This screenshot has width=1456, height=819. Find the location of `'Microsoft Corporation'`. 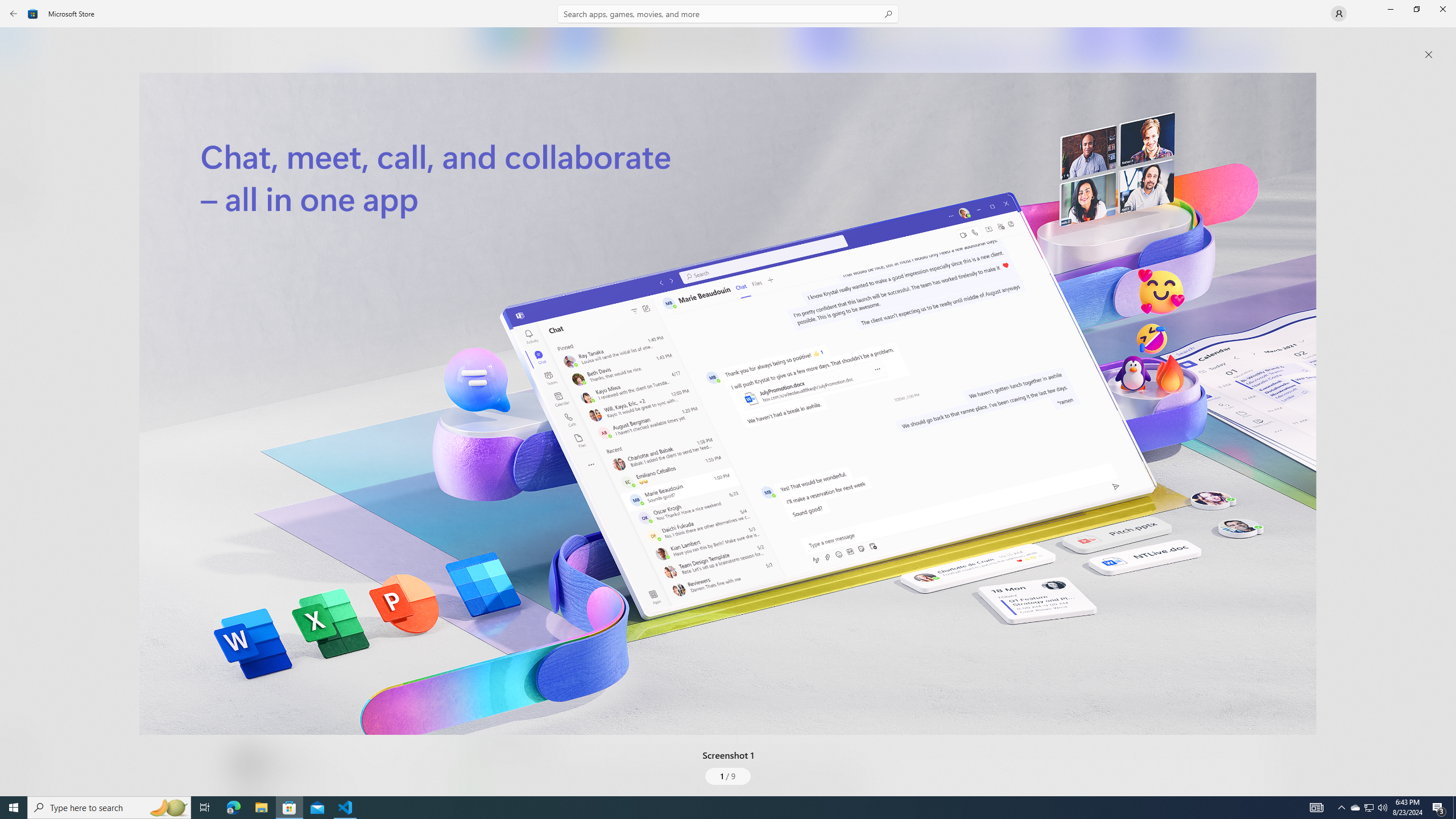

'Microsoft Corporation' is located at coordinates (383, 189).